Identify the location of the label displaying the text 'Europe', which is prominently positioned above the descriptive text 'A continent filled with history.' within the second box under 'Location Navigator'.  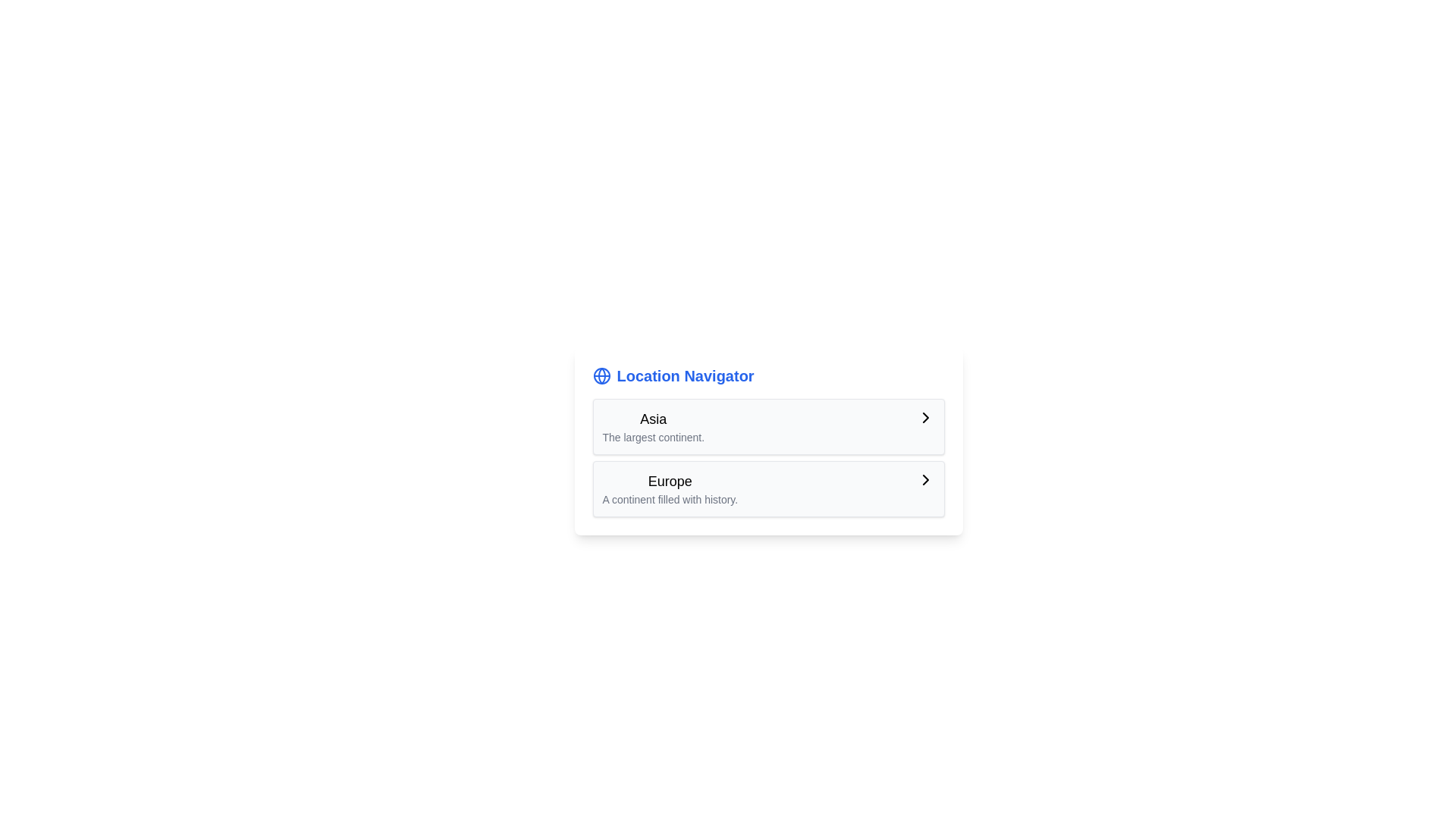
(669, 482).